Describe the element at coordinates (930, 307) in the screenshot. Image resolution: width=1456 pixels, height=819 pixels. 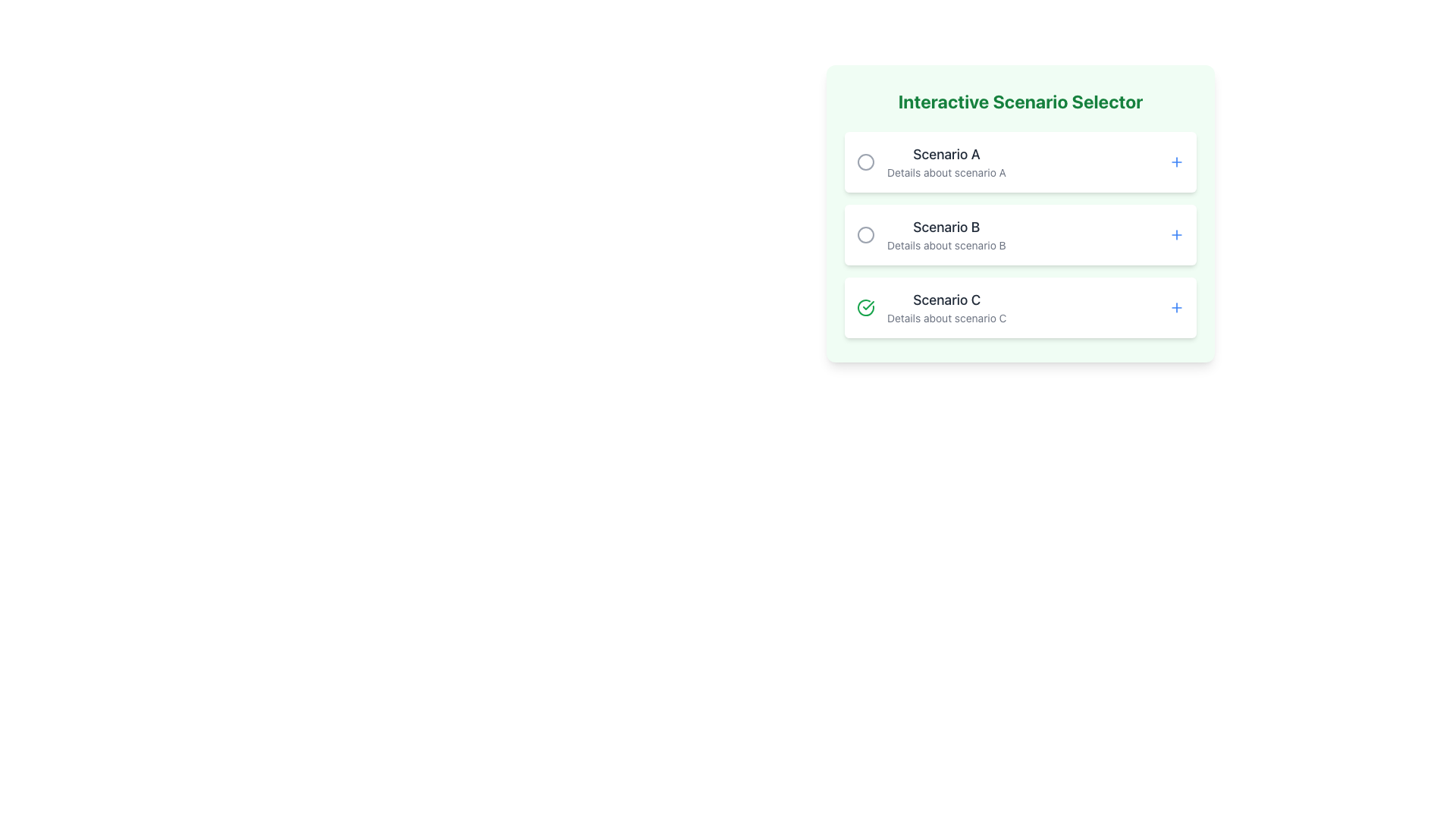
I see `the description of the selectable list item labeled 'Scenario C'` at that location.